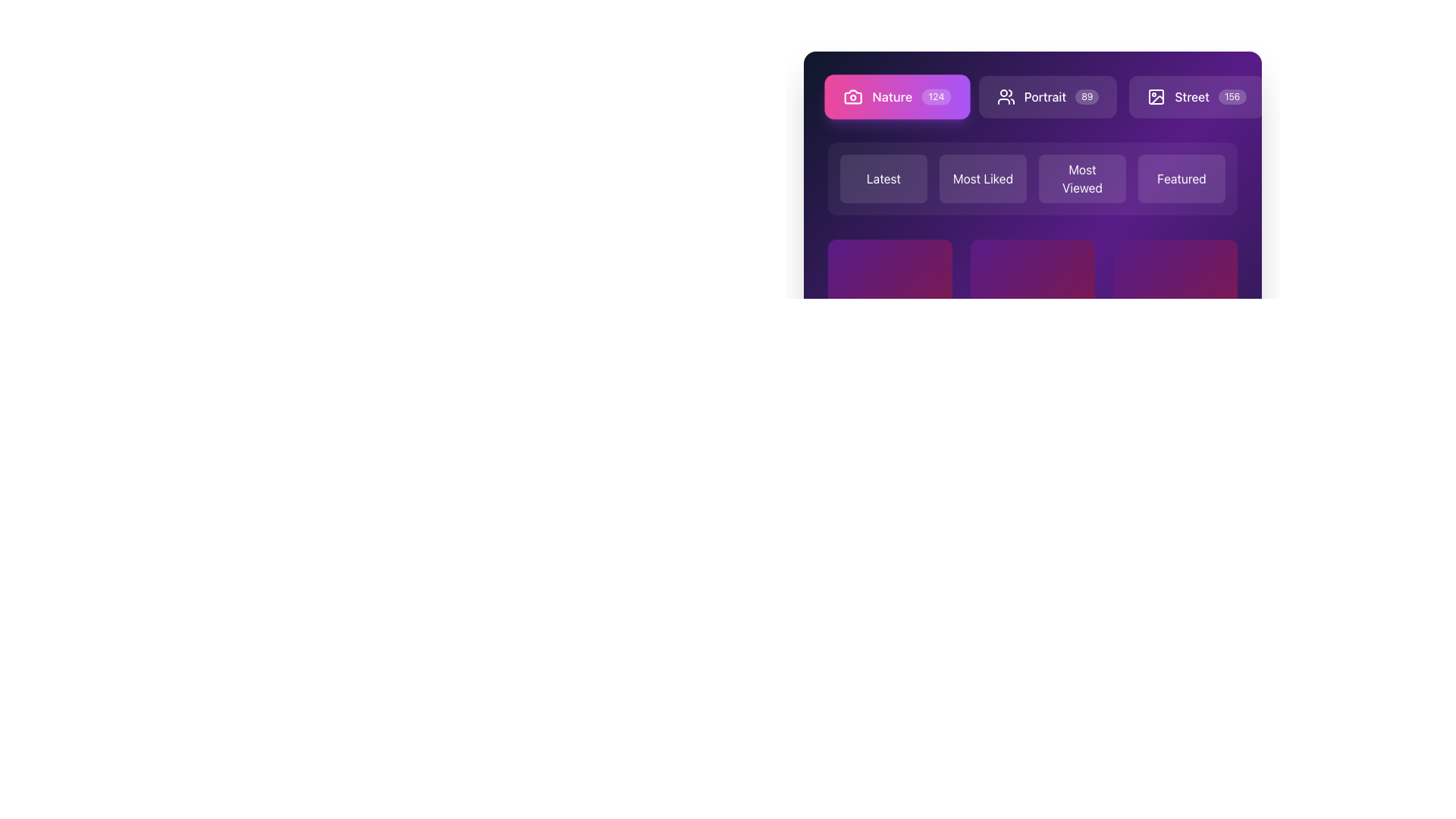 The width and height of the screenshot is (1456, 819). Describe the element at coordinates (883, 177) in the screenshot. I see `the category selector button located in the top-left quadrant of the interface` at that location.